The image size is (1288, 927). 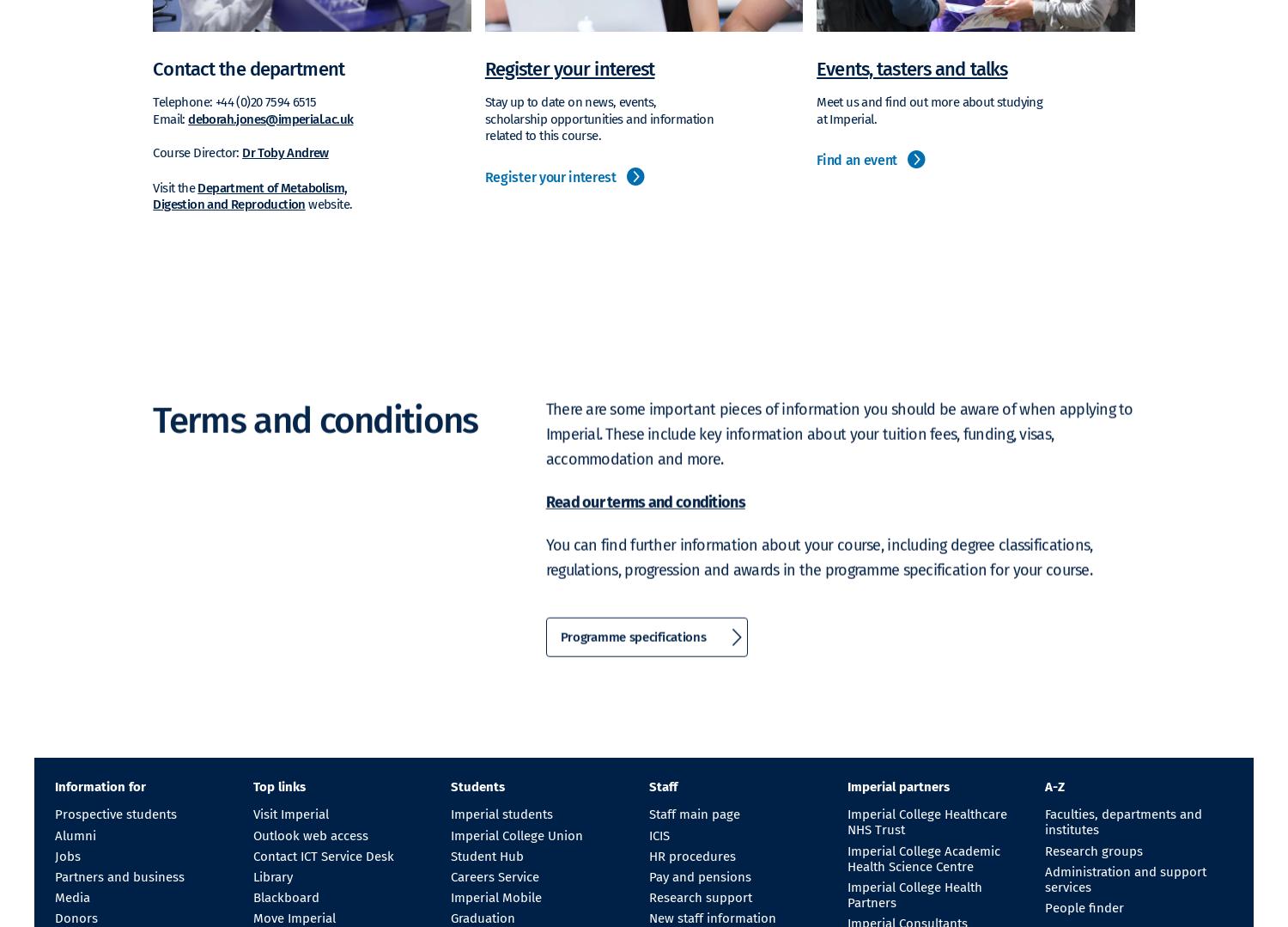 I want to click on 'Information for', so click(x=100, y=786).